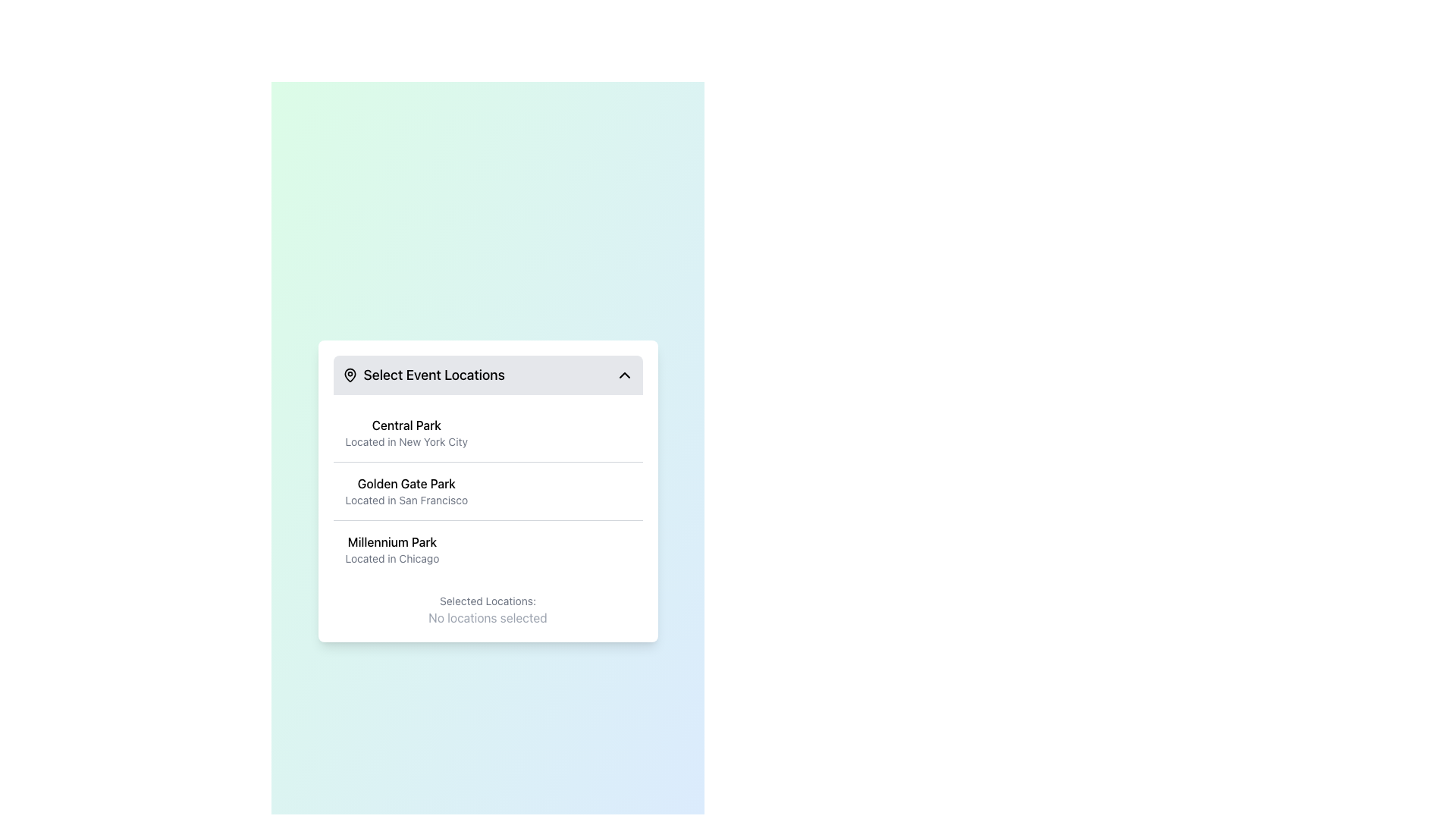 The width and height of the screenshot is (1456, 819). I want to click on the Text Display element that provides feedback about selected locations, indicating 'No locations selected.' if none are chosen, so click(488, 601).